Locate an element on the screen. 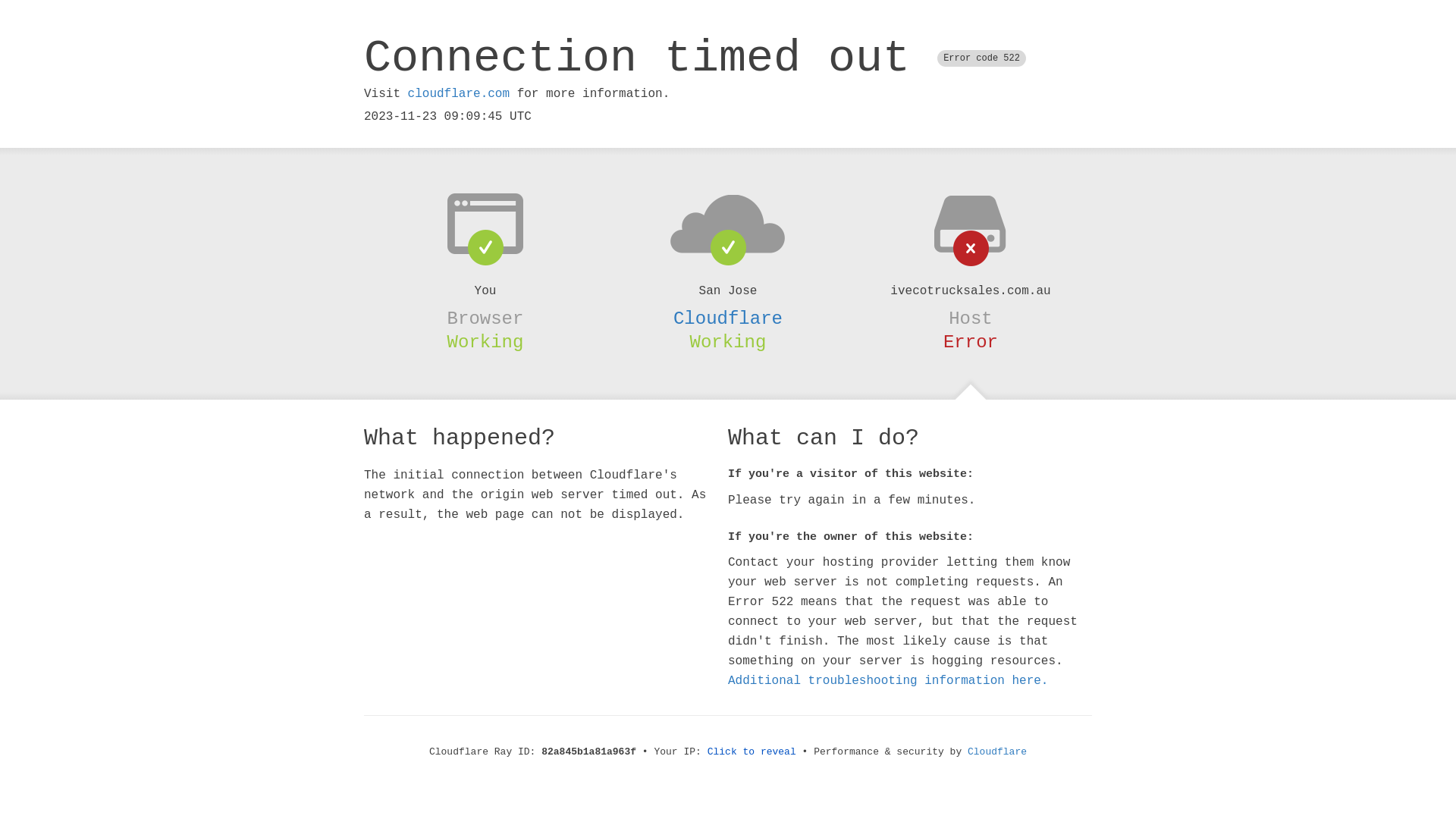  'Cloudflare' is located at coordinates (728, 318).